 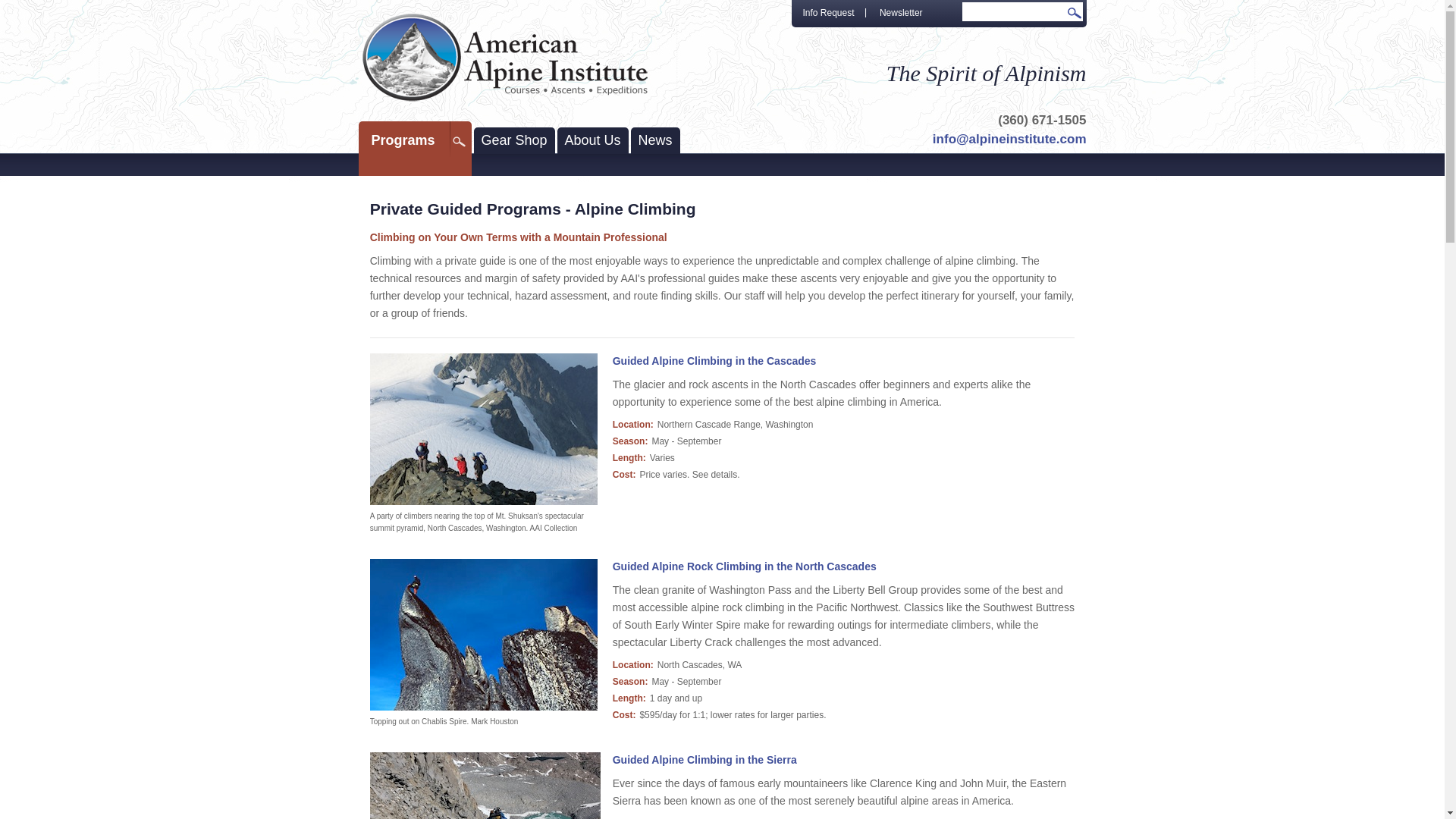 What do you see at coordinates (483, 635) in the screenshot?
I see `'Guided Alpine Rock Climbing in the North Cascades'` at bounding box center [483, 635].